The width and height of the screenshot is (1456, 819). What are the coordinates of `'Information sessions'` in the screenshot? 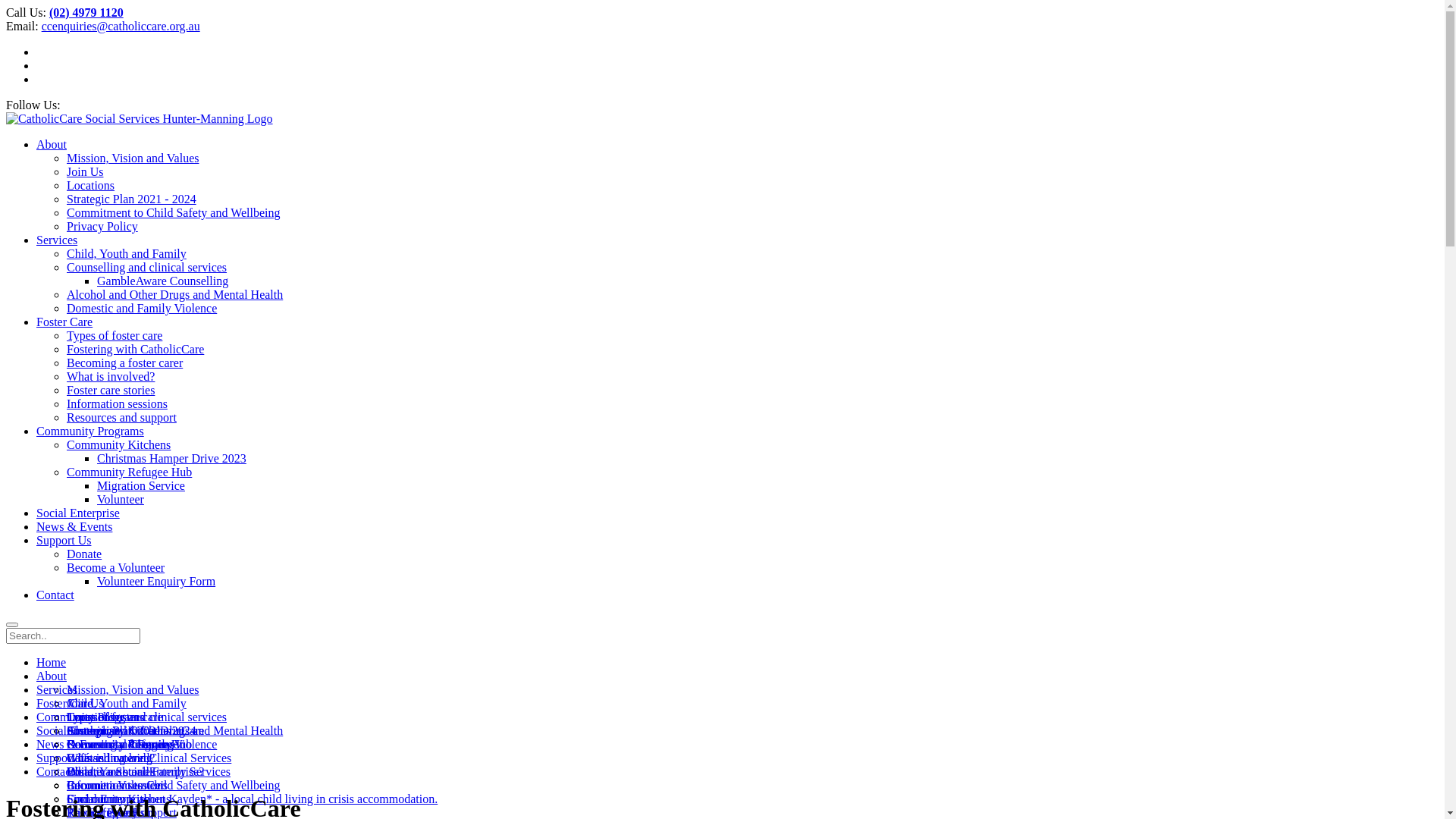 It's located at (65, 403).